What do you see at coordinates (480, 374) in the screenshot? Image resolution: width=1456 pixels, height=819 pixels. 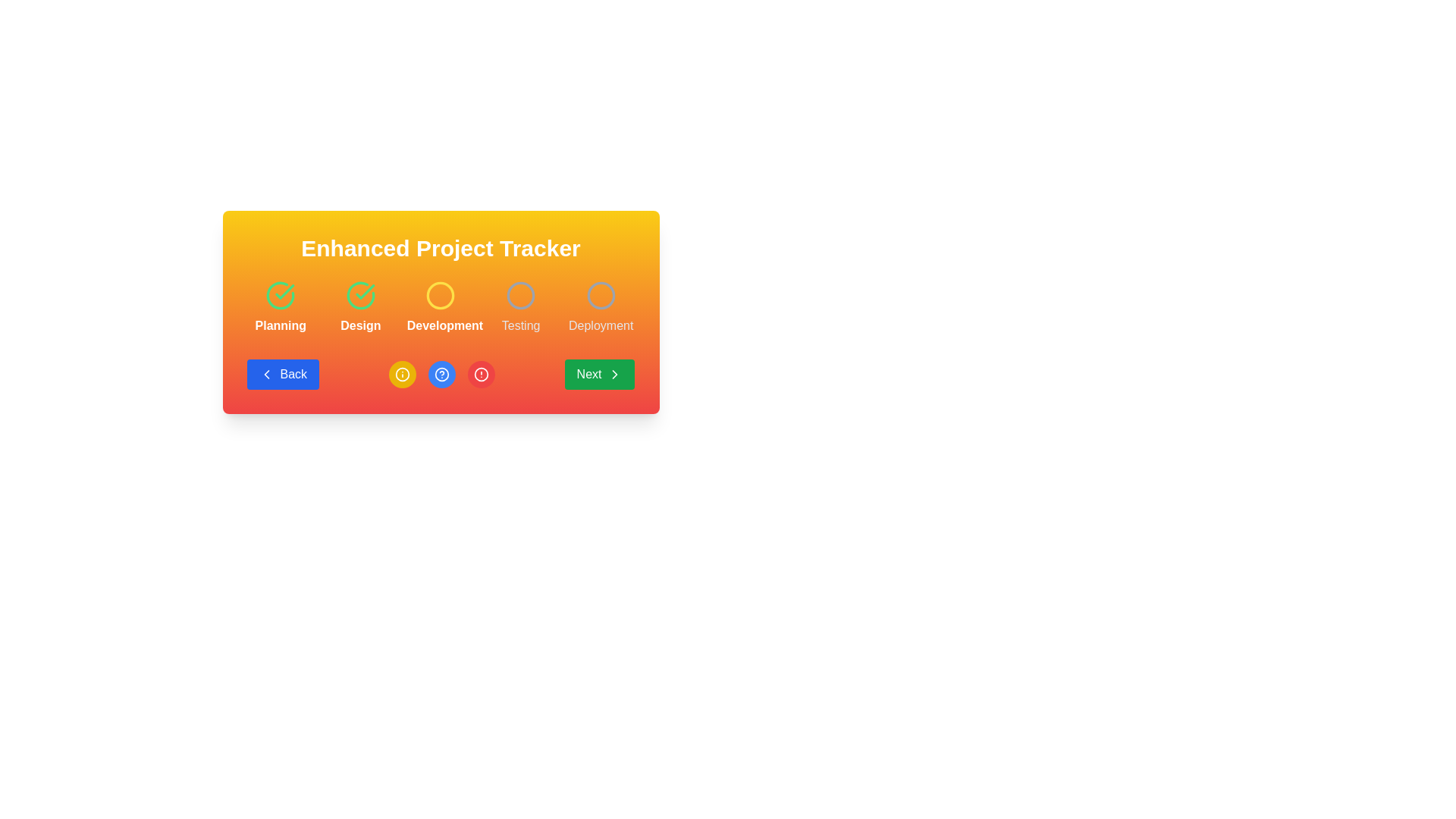 I see `the white circular alert symbol icon on a red button located at the bottom section of the card-like interface` at bounding box center [480, 374].